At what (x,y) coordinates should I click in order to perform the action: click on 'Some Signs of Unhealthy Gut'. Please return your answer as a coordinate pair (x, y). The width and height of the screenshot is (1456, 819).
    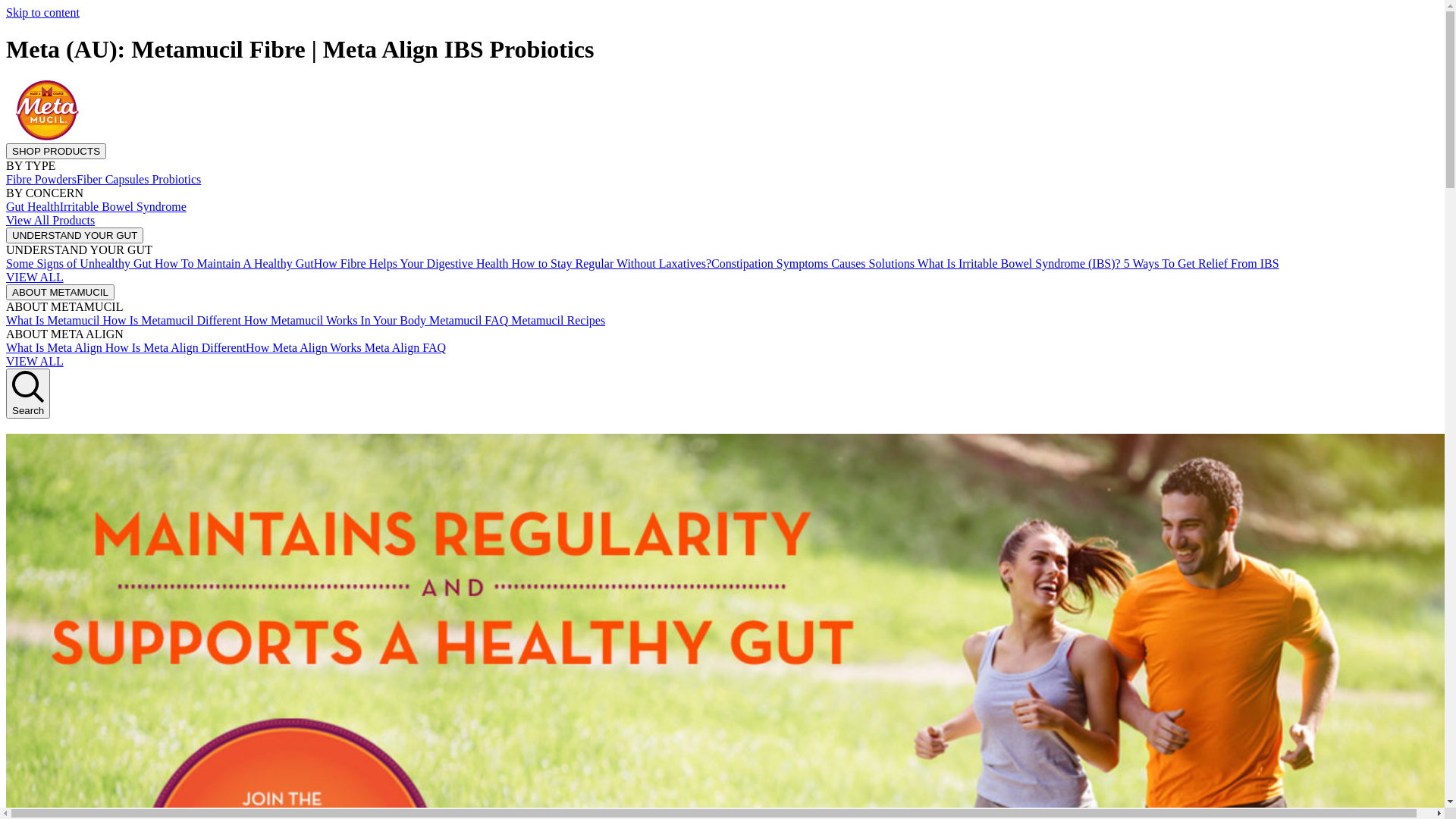
    Looking at the image, I should click on (78, 262).